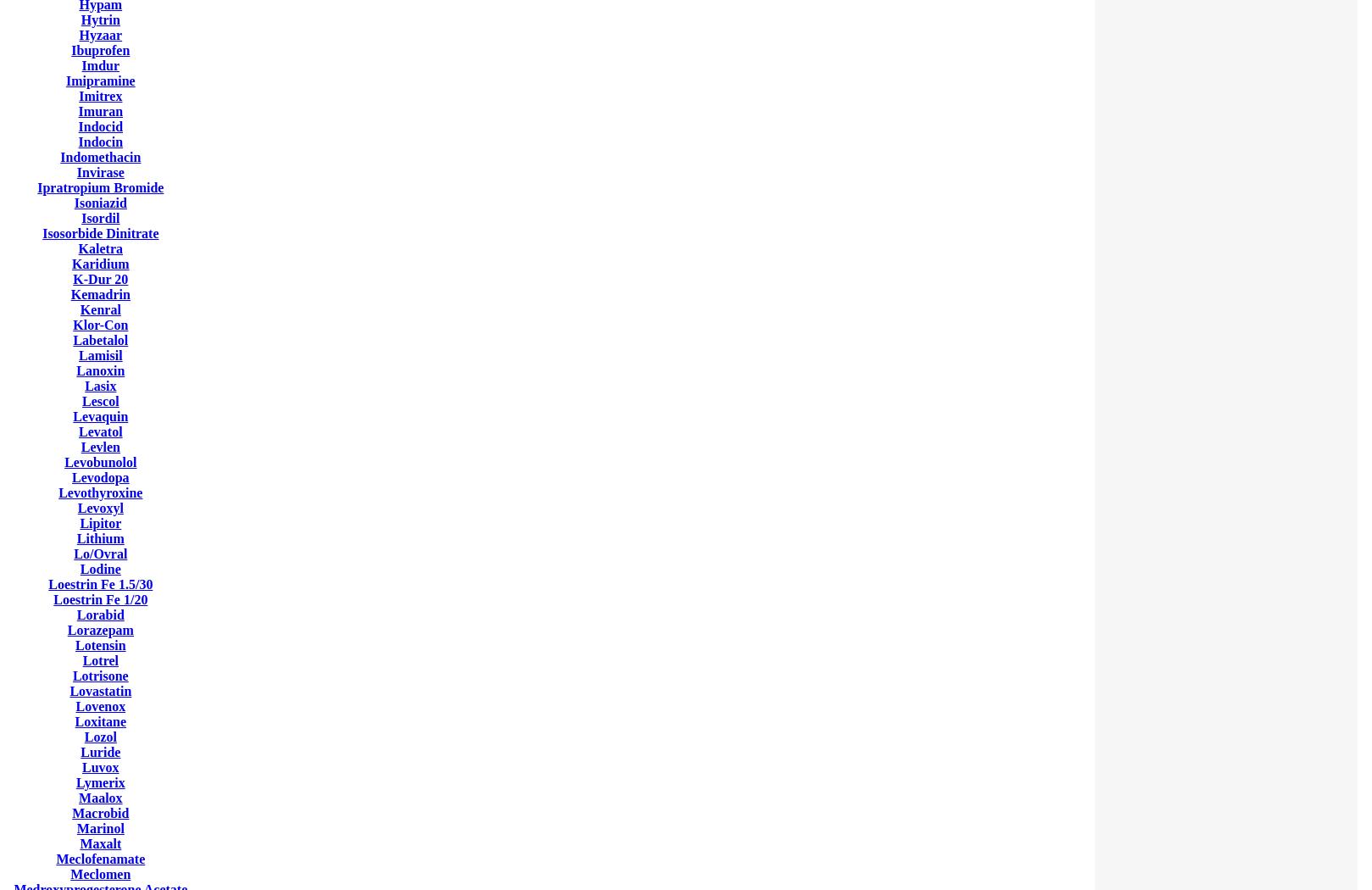 The width and height of the screenshot is (1372, 890). What do you see at coordinates (42, 232) in the screenshot?
I see `'Isosorbide Dinitrate'` at bounding box center [42, 232].